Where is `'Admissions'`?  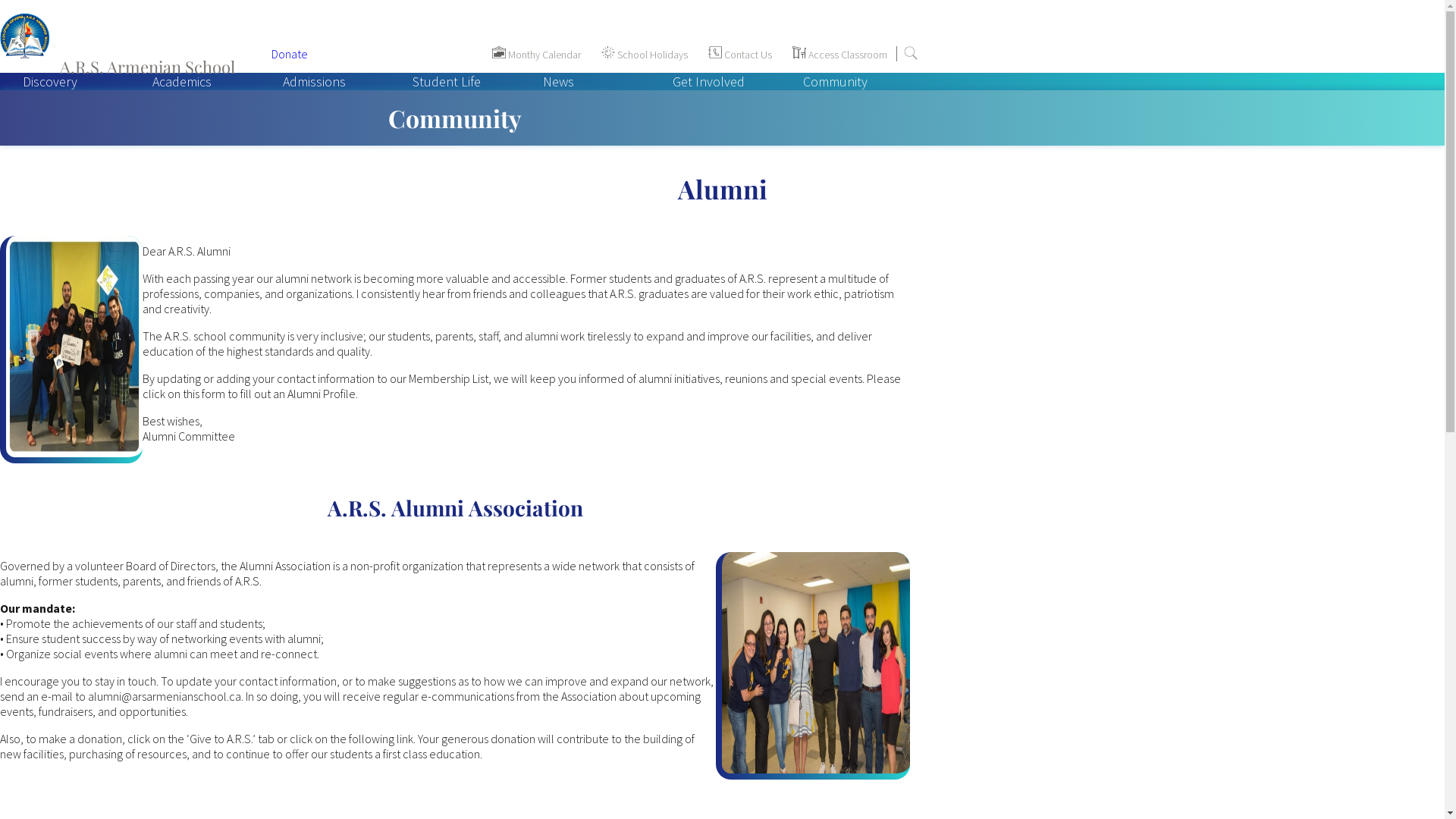 'Admissions' is located at coordinates (313, 81).